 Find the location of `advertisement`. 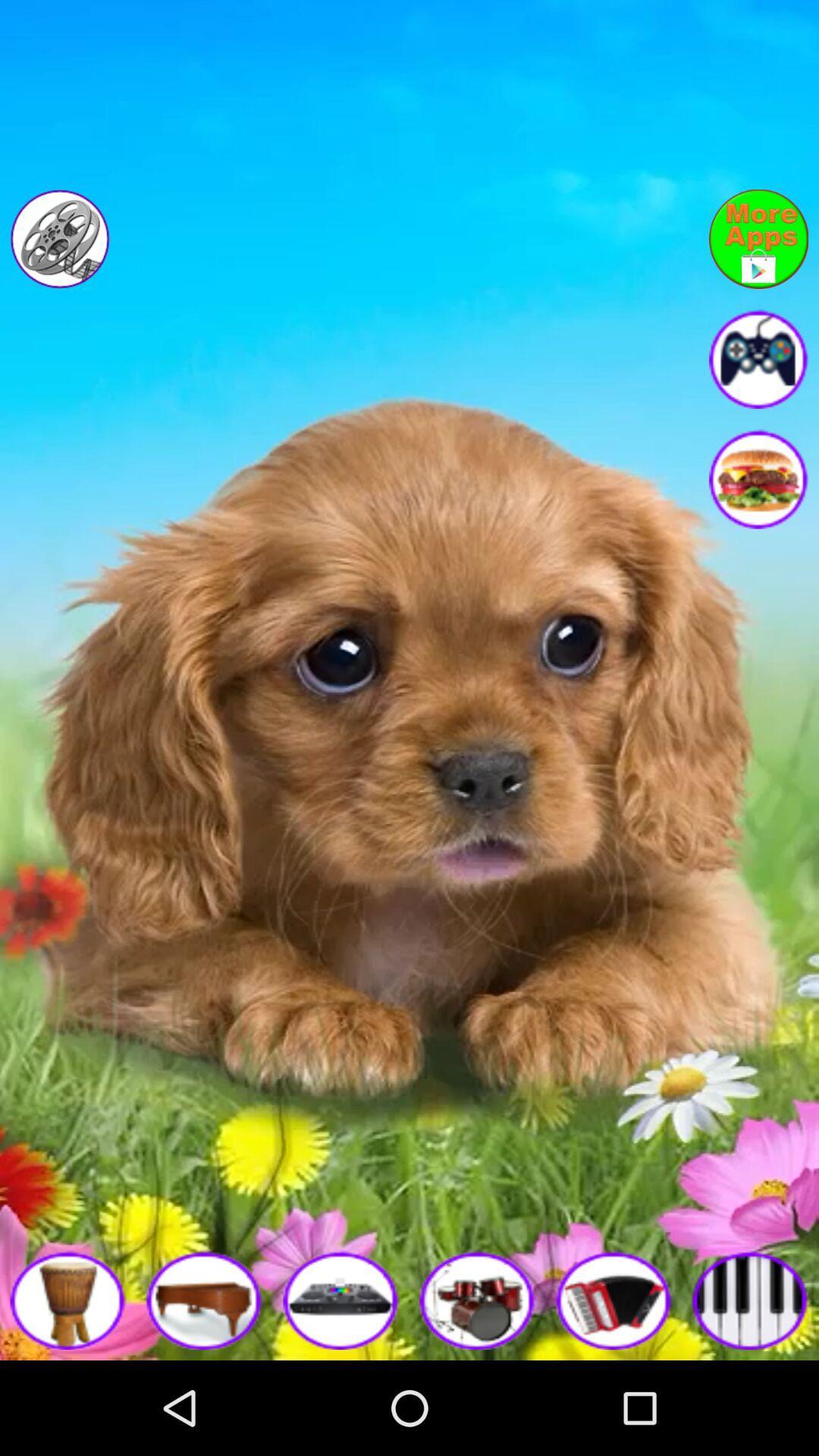

advertisement is located at coordinates (758, 478).